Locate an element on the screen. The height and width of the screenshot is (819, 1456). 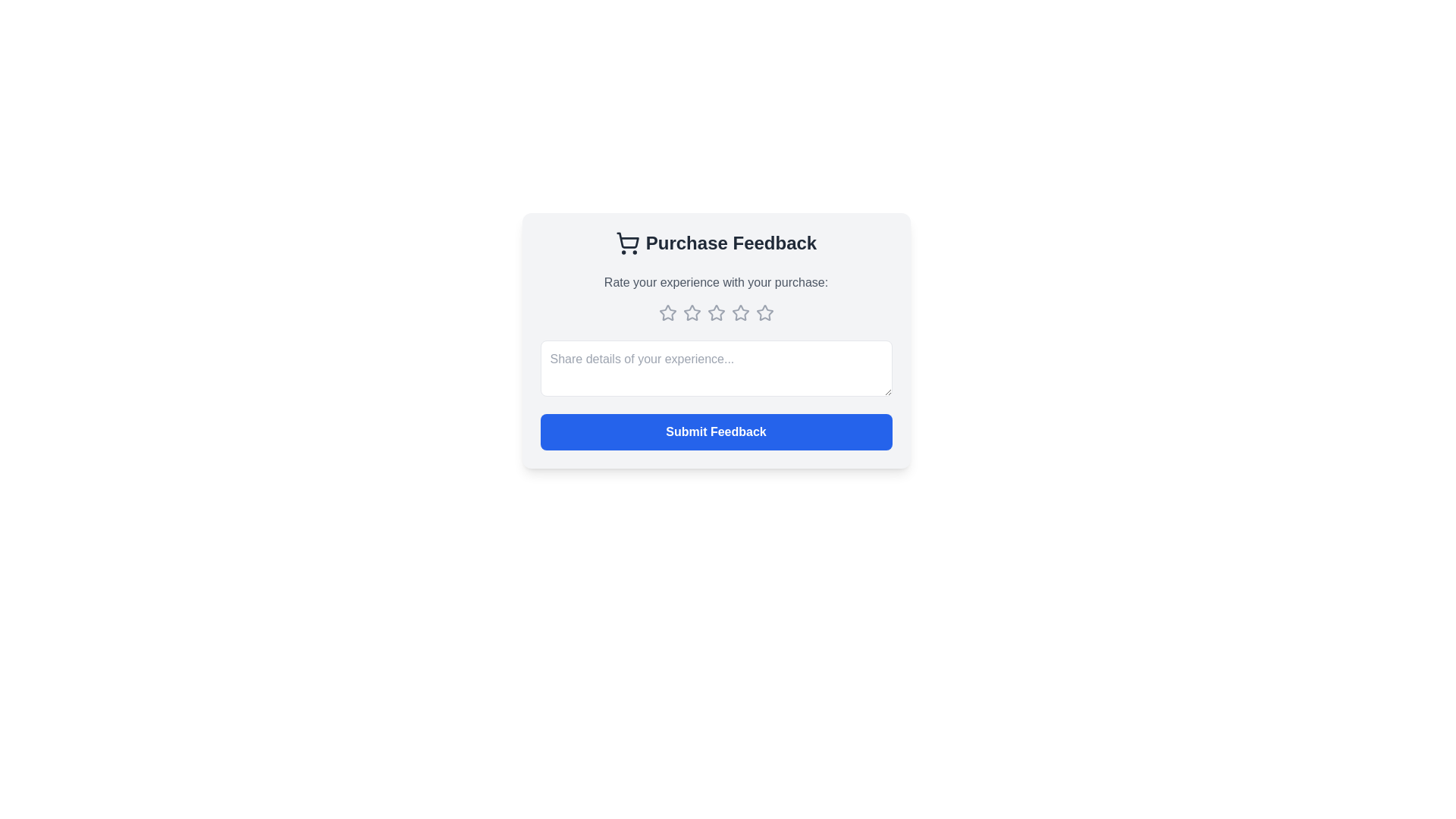
the fourth star in the rating system is located at coordinates (740, 312).